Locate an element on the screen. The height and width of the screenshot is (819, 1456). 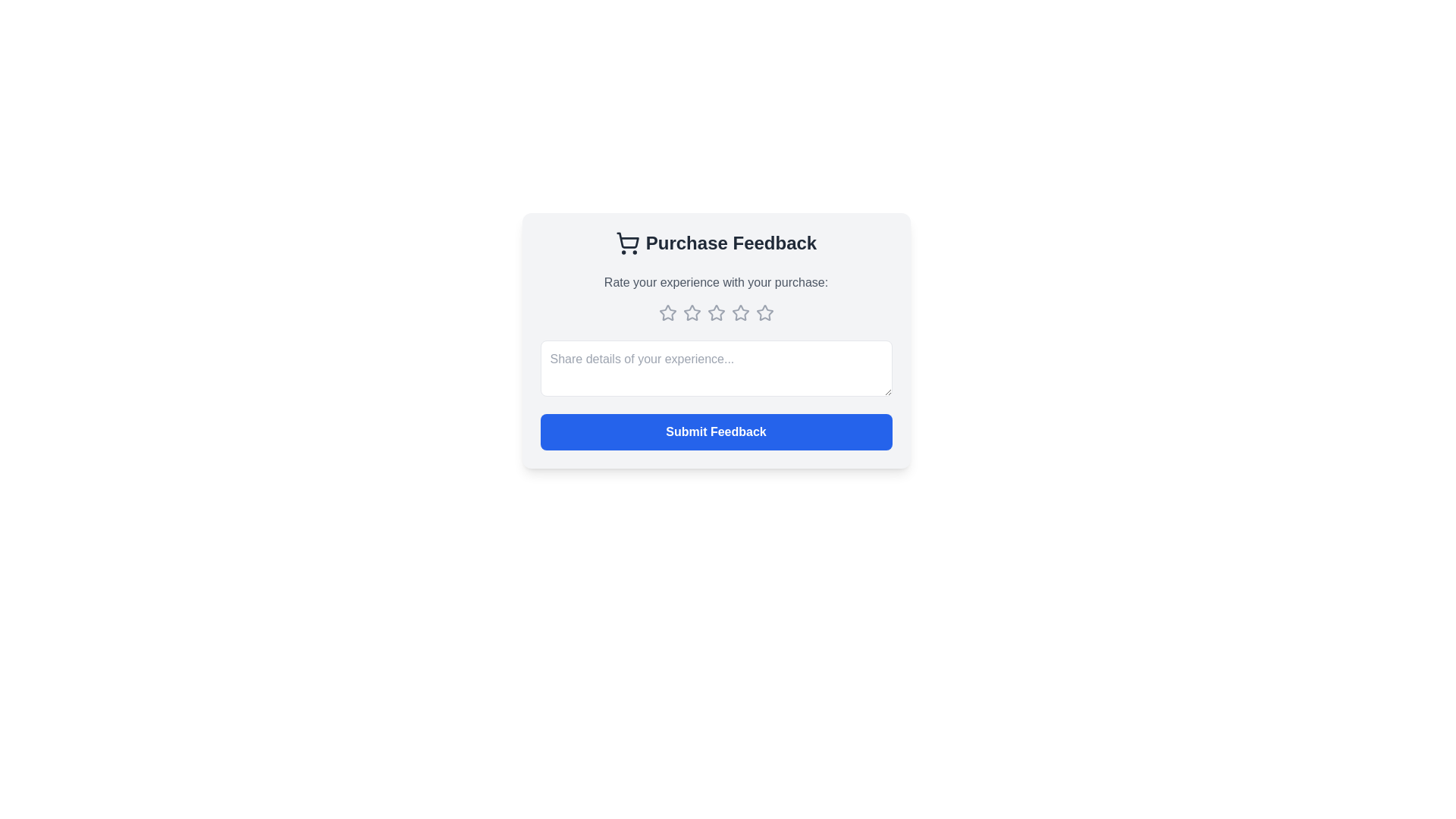
the fourth star in the rating system is located at coordinates (740, 312).